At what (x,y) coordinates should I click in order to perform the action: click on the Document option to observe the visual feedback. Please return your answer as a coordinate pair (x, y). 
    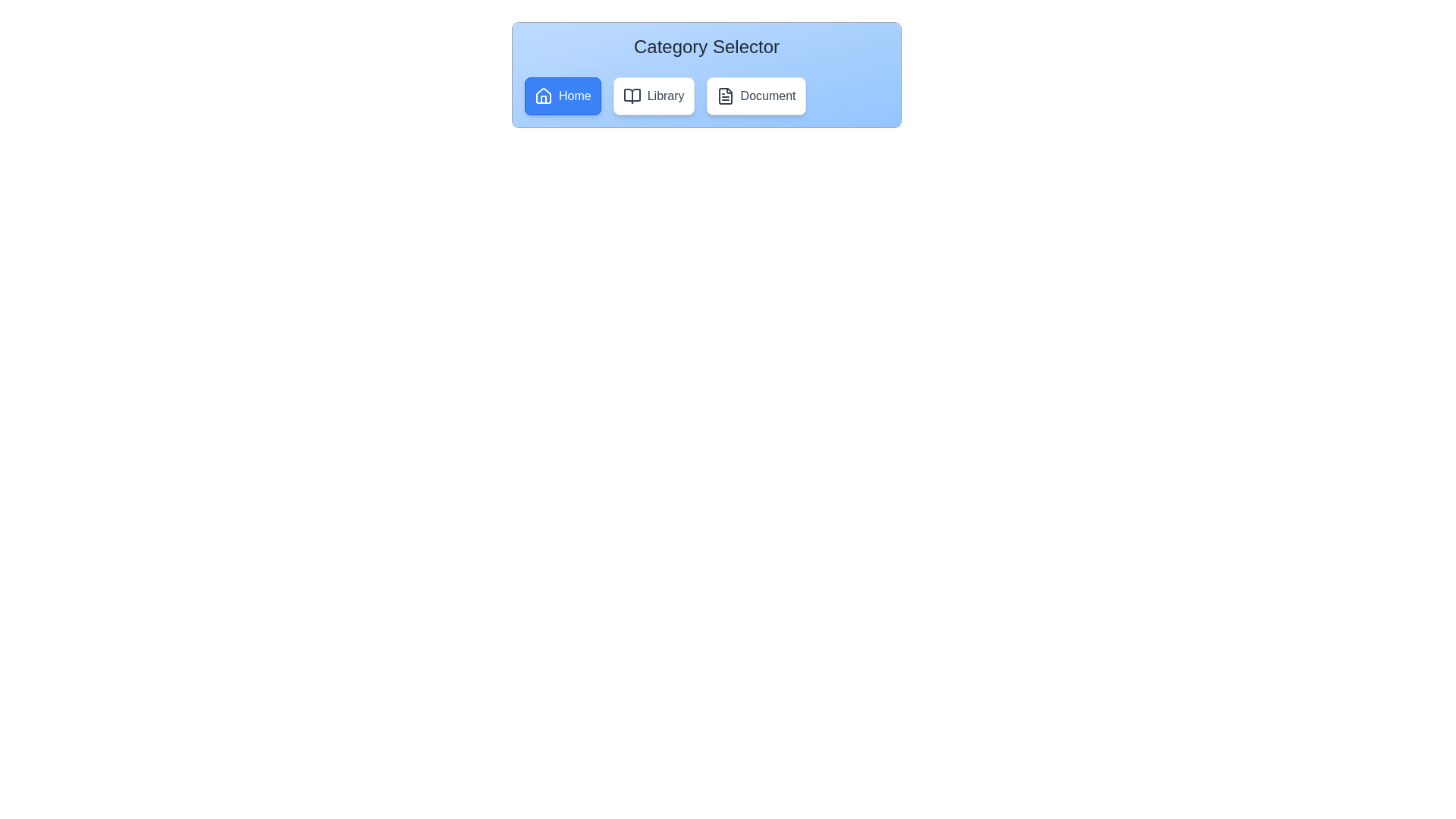
    Looking at the image, I should click on (756, 96).